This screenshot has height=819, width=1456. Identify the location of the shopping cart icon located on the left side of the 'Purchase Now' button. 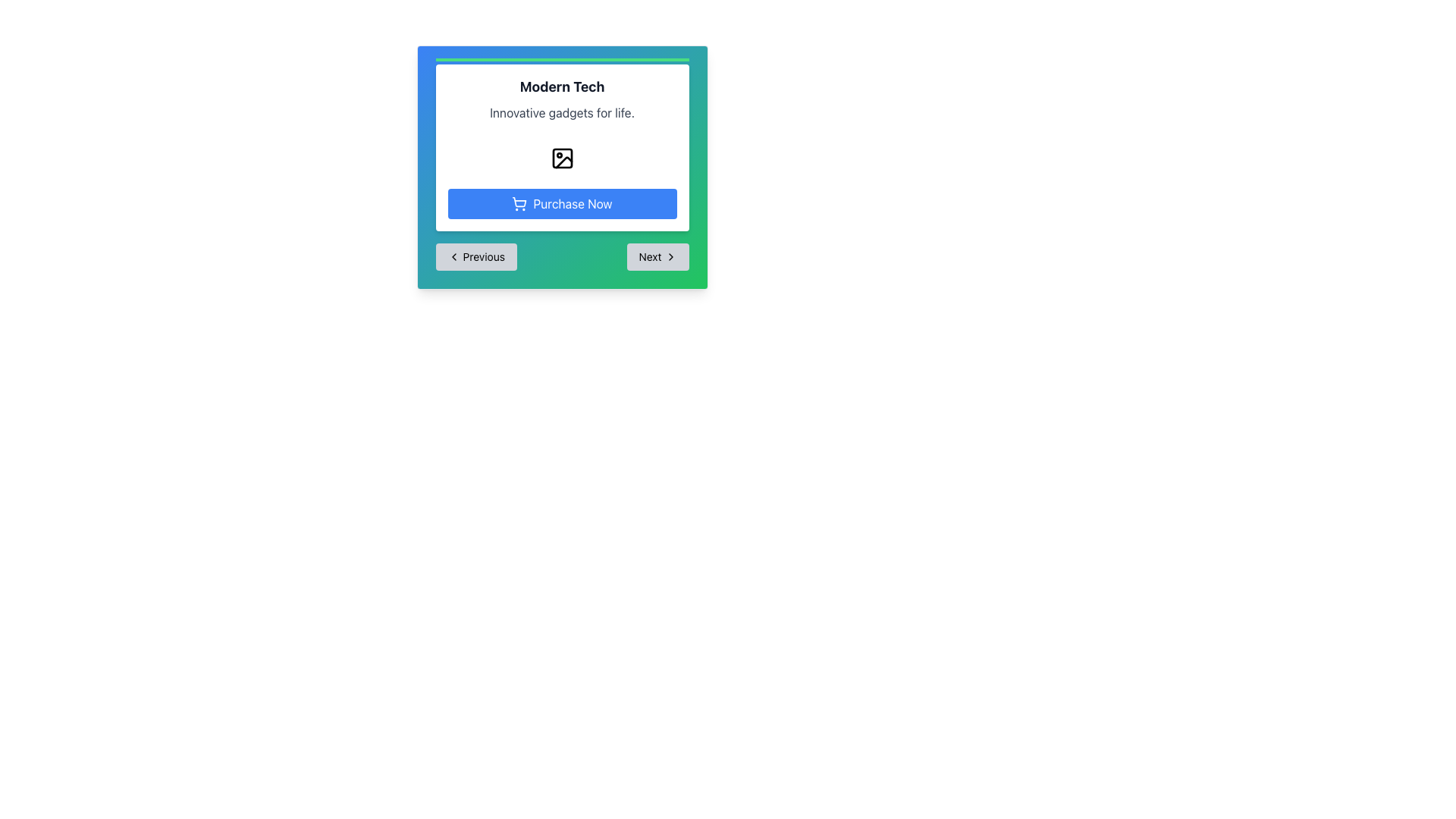
(519, 203).